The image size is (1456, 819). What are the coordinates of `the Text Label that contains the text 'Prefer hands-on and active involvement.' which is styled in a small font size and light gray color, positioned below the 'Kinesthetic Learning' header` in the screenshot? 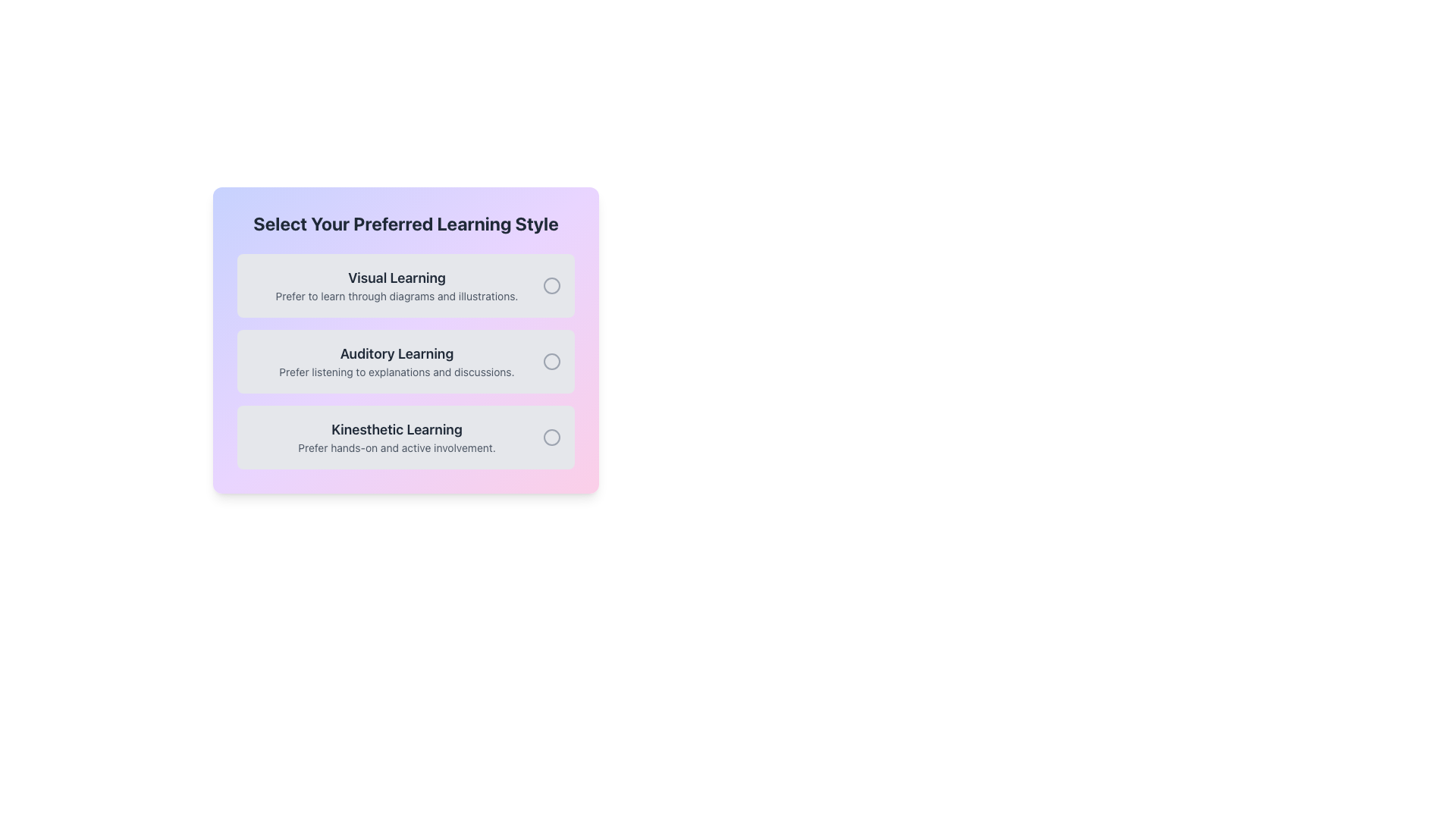 It's located at (397, 447).